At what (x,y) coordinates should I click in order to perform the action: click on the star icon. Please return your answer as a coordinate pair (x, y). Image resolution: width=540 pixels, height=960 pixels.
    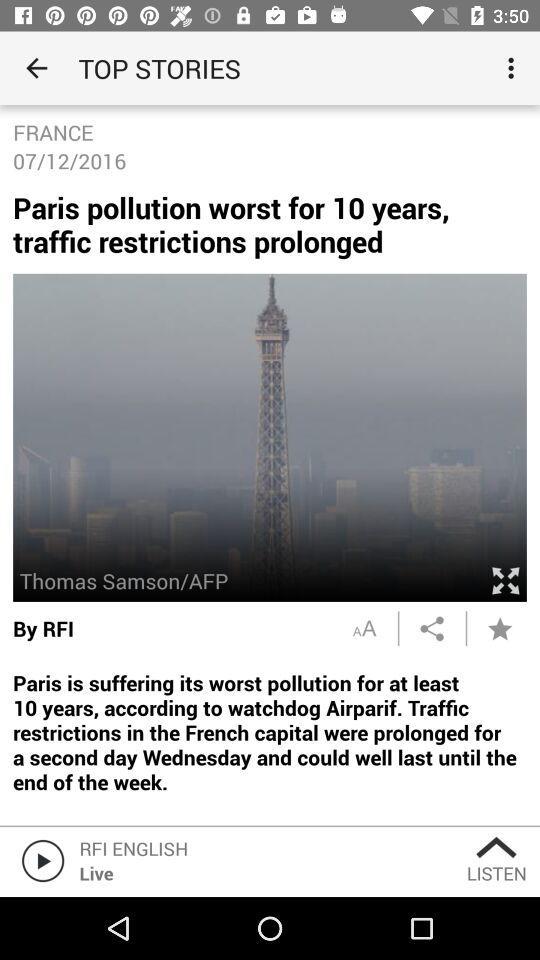
    Looking at the image, I should click on (499, 627).